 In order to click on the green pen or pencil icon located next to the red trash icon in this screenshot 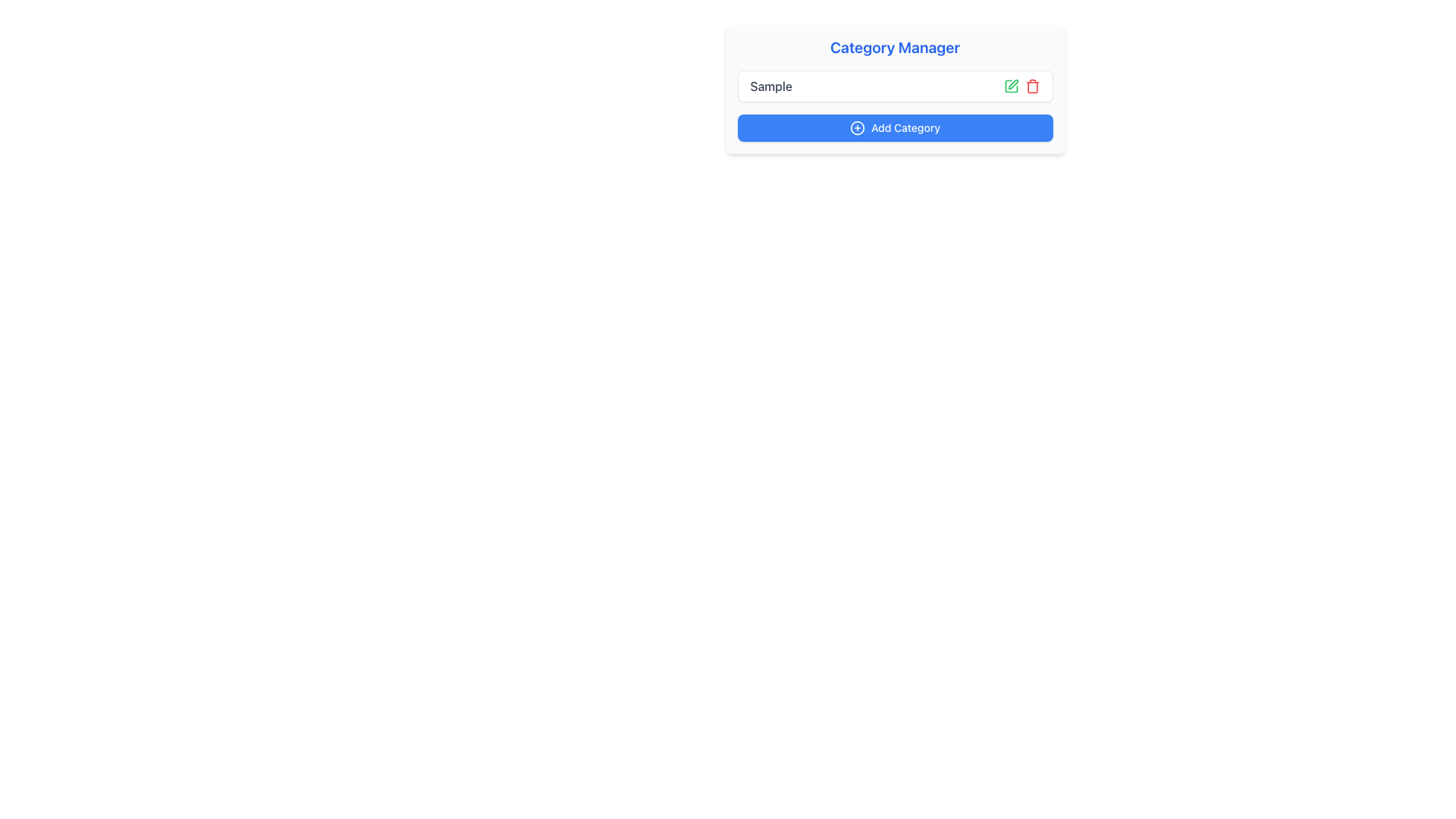, I will do `click(1011, 86)`.